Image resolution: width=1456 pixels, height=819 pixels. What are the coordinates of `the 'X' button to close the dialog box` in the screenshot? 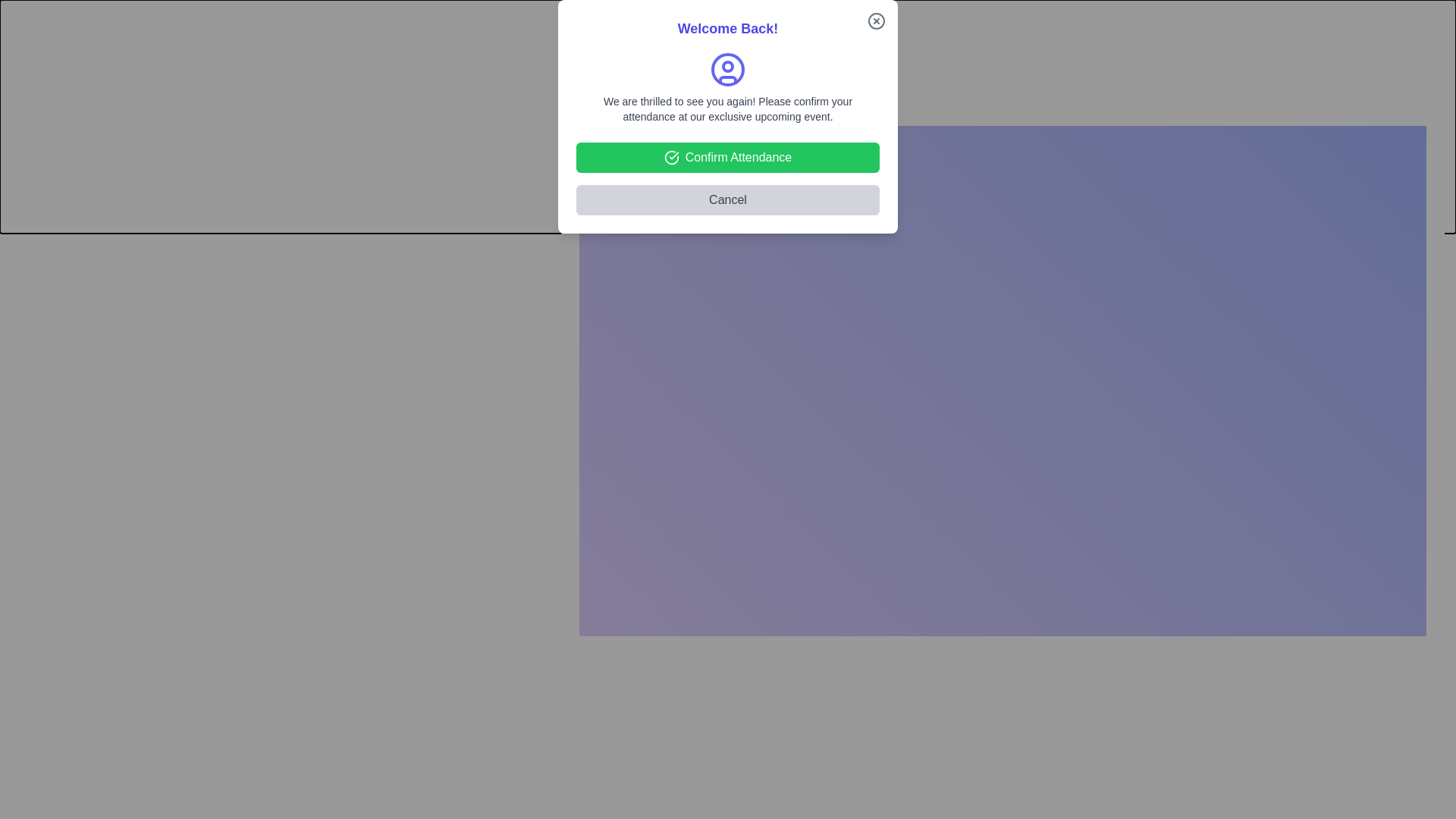 It's located at (1444, 107).